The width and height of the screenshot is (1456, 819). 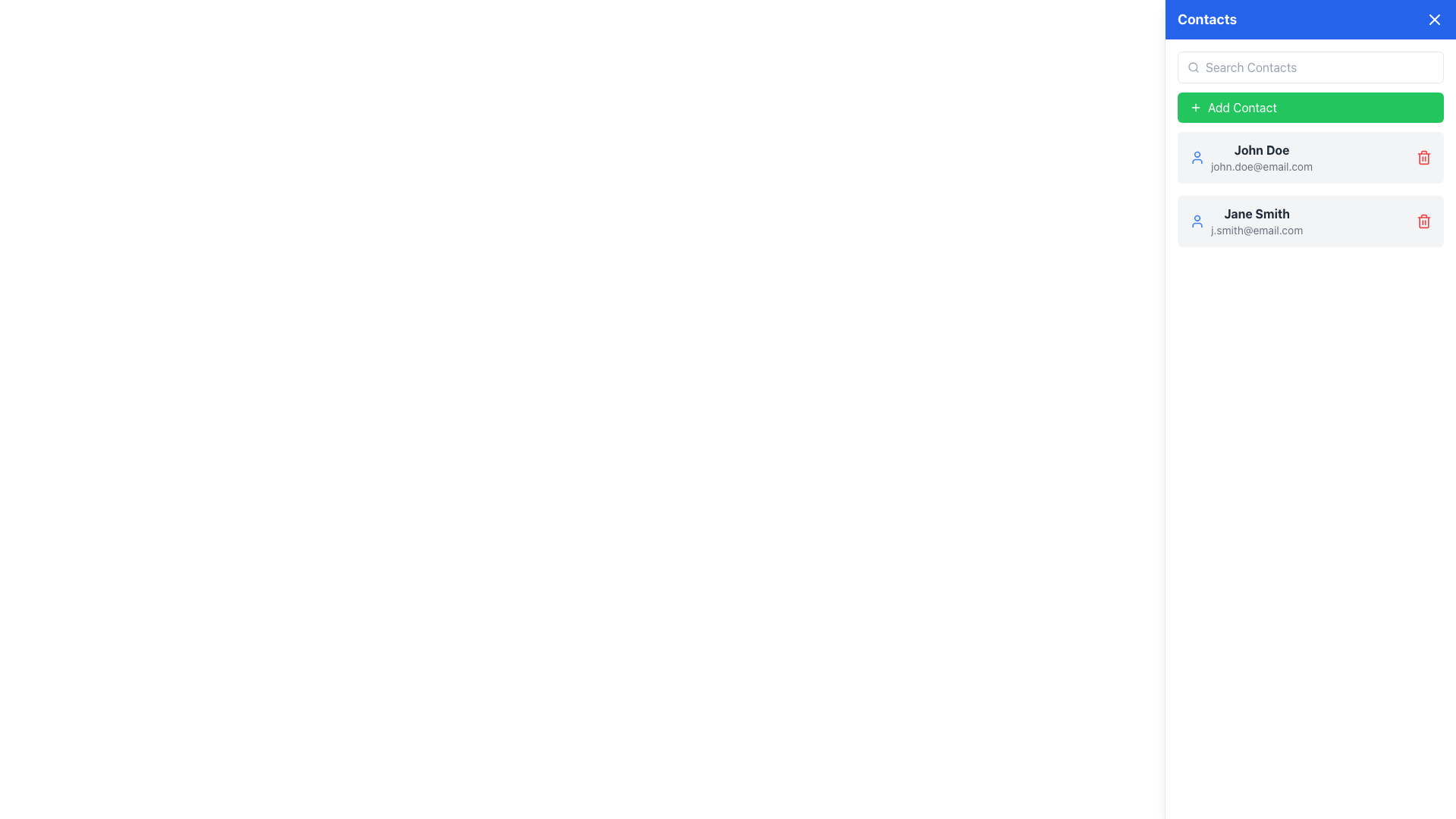 I want to click on the 'Contacts' static text label, which is styled with a bold font and located in the blue bar at the top of the sidebar, so click(x=1207, y=20).